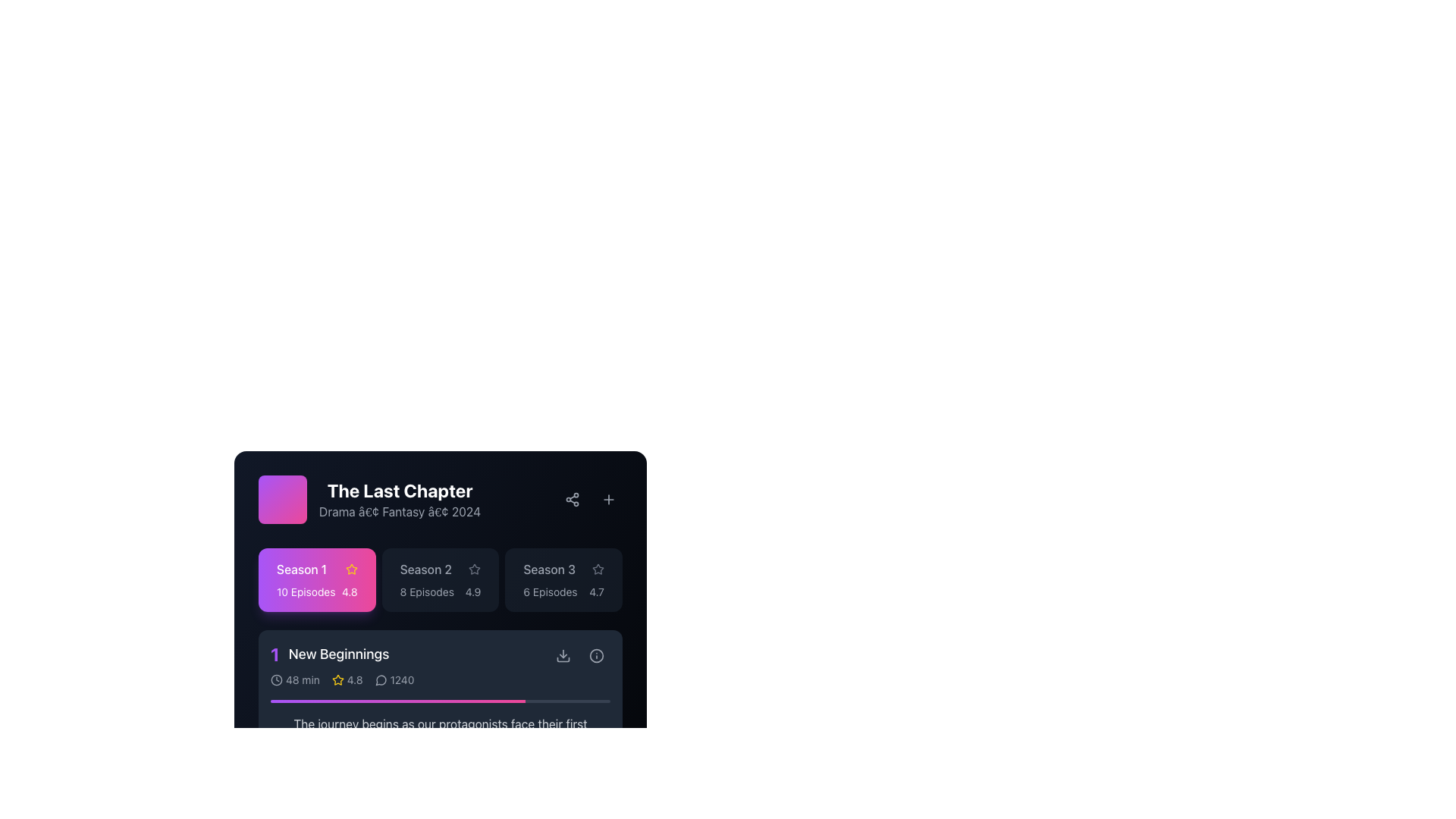  I want to click on the text display showing '4.7', which is positioned in the top-right segment of the 'Season 3' section box, next to a star icon, so click(596, 591).